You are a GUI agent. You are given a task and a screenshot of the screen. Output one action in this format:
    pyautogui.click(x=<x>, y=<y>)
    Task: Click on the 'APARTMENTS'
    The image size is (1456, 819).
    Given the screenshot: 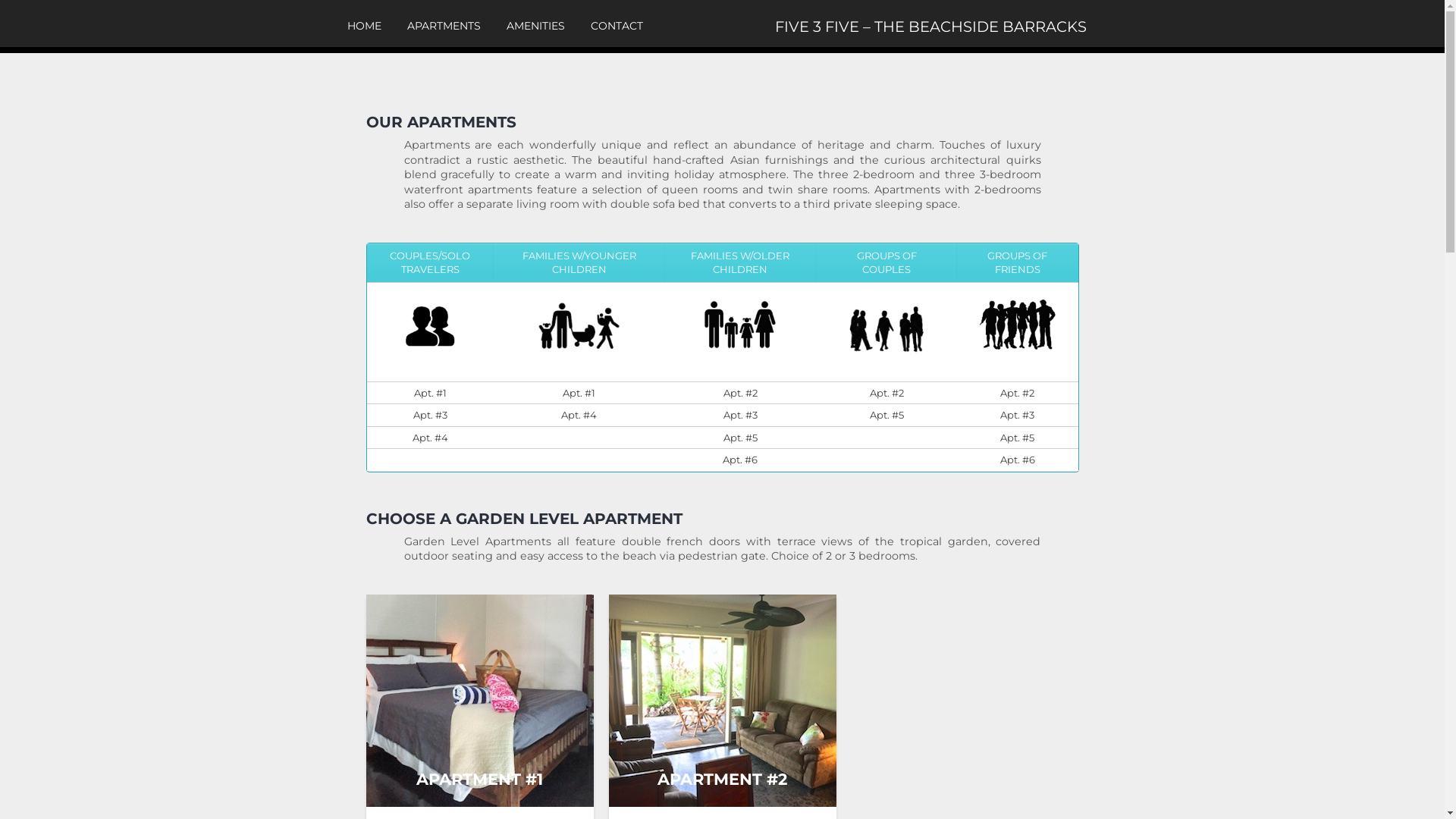 What is the action you would take?
    pyautogui.click(x=442, y=26)
    